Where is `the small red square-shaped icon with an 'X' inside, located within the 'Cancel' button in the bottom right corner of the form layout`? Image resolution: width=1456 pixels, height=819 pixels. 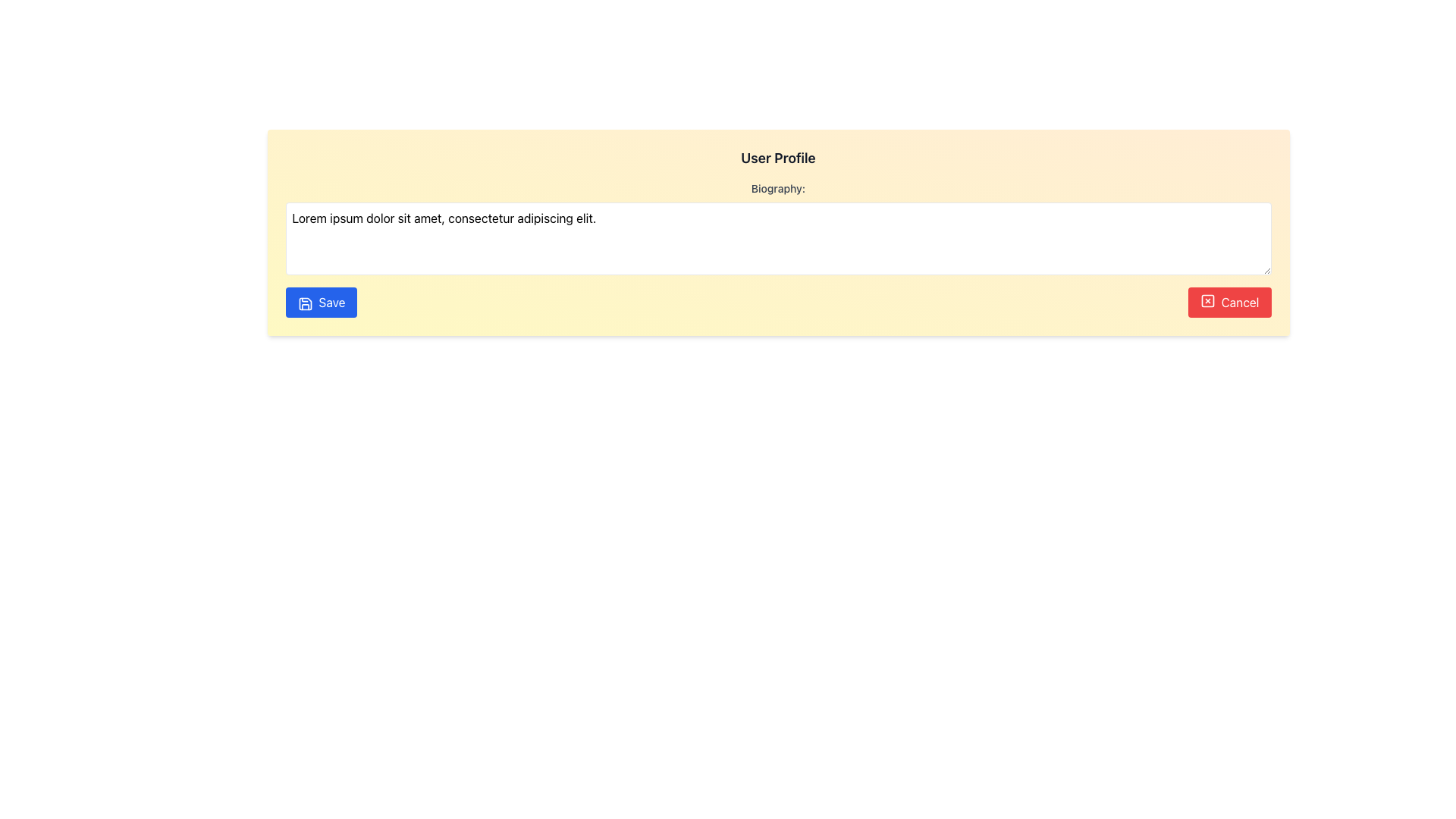 the small red square-shaped icon with an 'X' inside, located within the 'Cancel' button in the bottom right corner of the form layout is located at coordinates (1207, 301).